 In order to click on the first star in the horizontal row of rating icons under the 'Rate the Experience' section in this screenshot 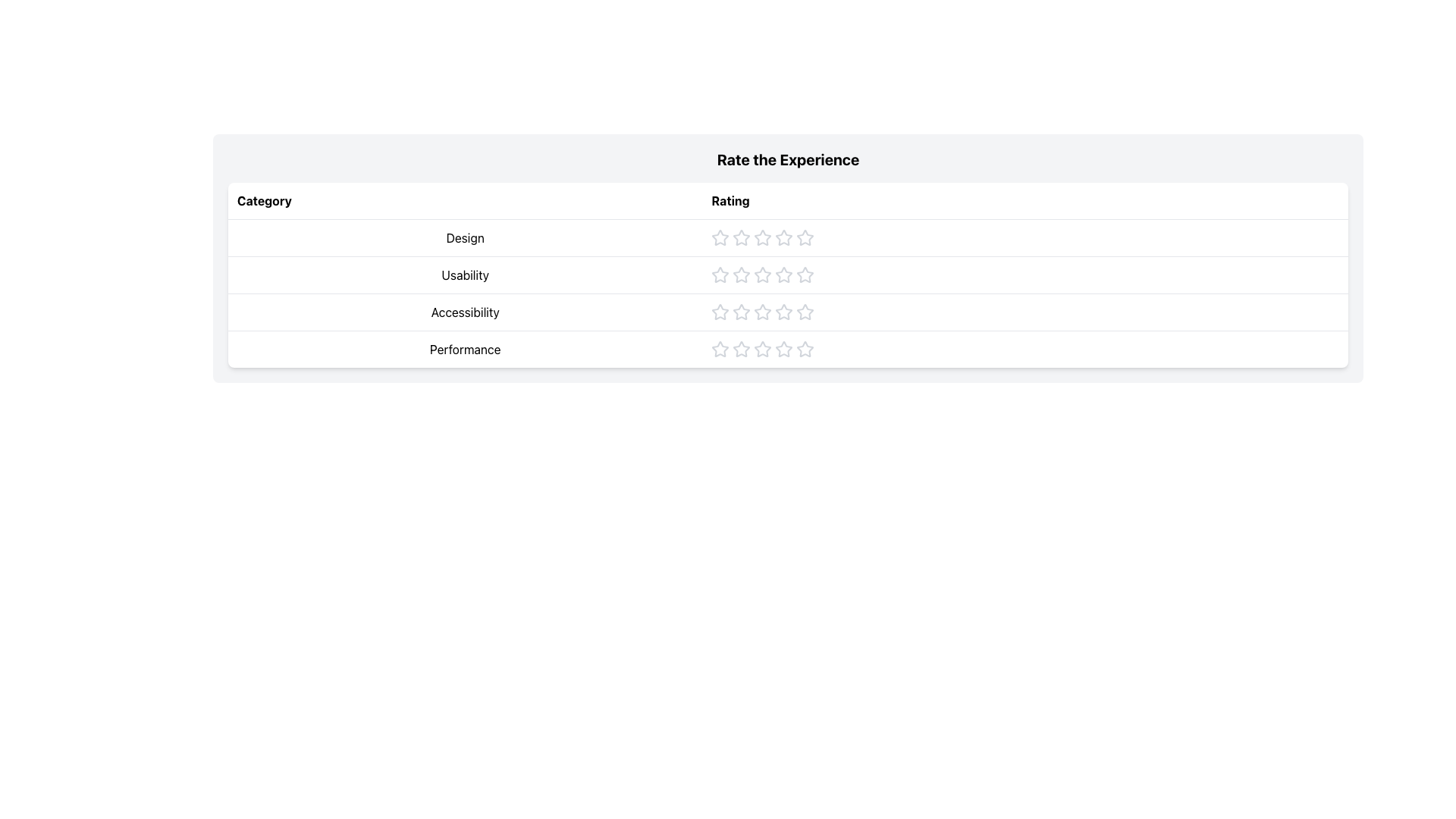, I will do `click(720, 312)`.